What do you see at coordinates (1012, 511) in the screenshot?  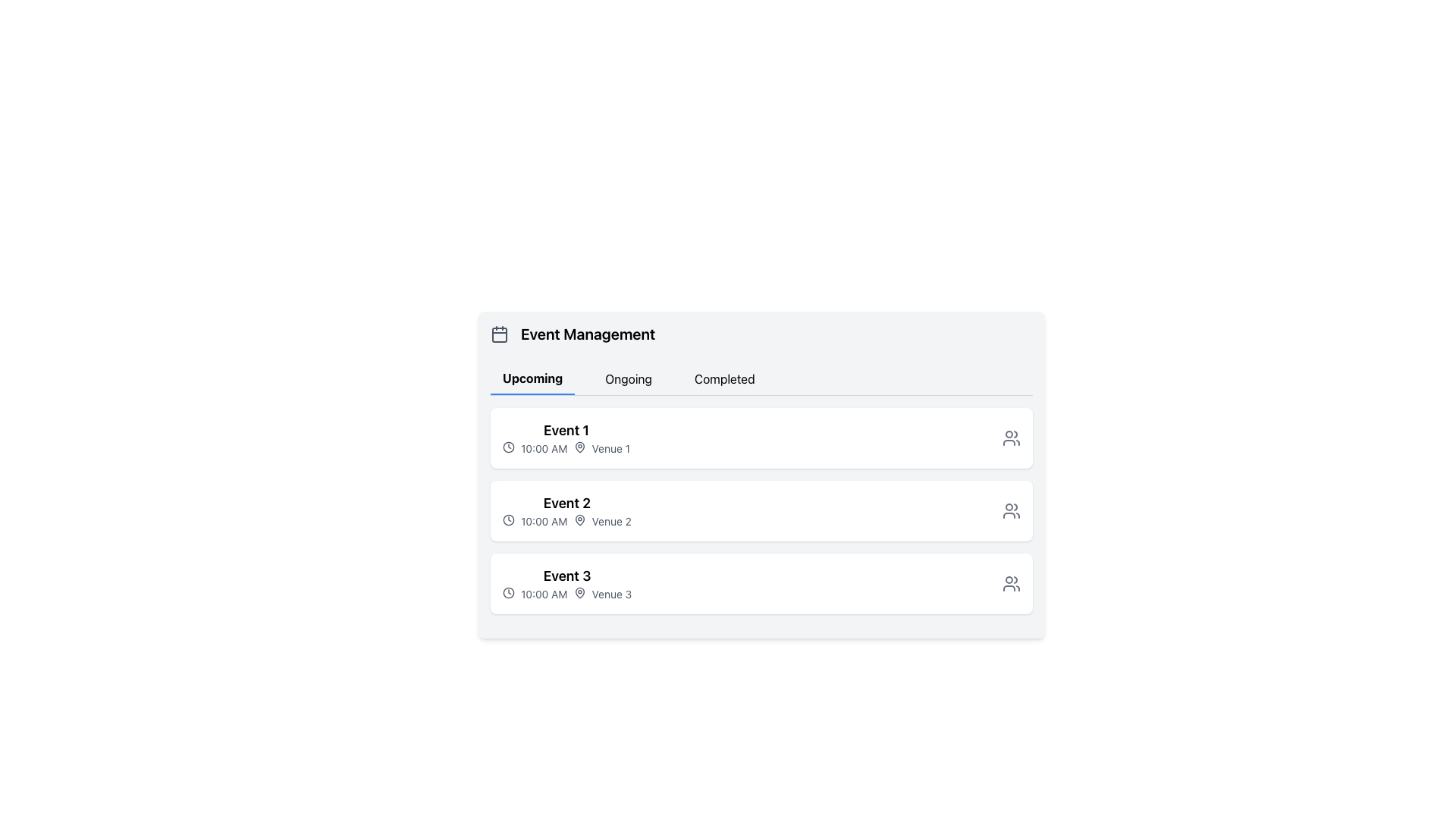 I see `the gray user group icon located on the rightmost side of the row containing 'Event 2' in the 'Upcoming' events list` at bounding box center [1012, 511].